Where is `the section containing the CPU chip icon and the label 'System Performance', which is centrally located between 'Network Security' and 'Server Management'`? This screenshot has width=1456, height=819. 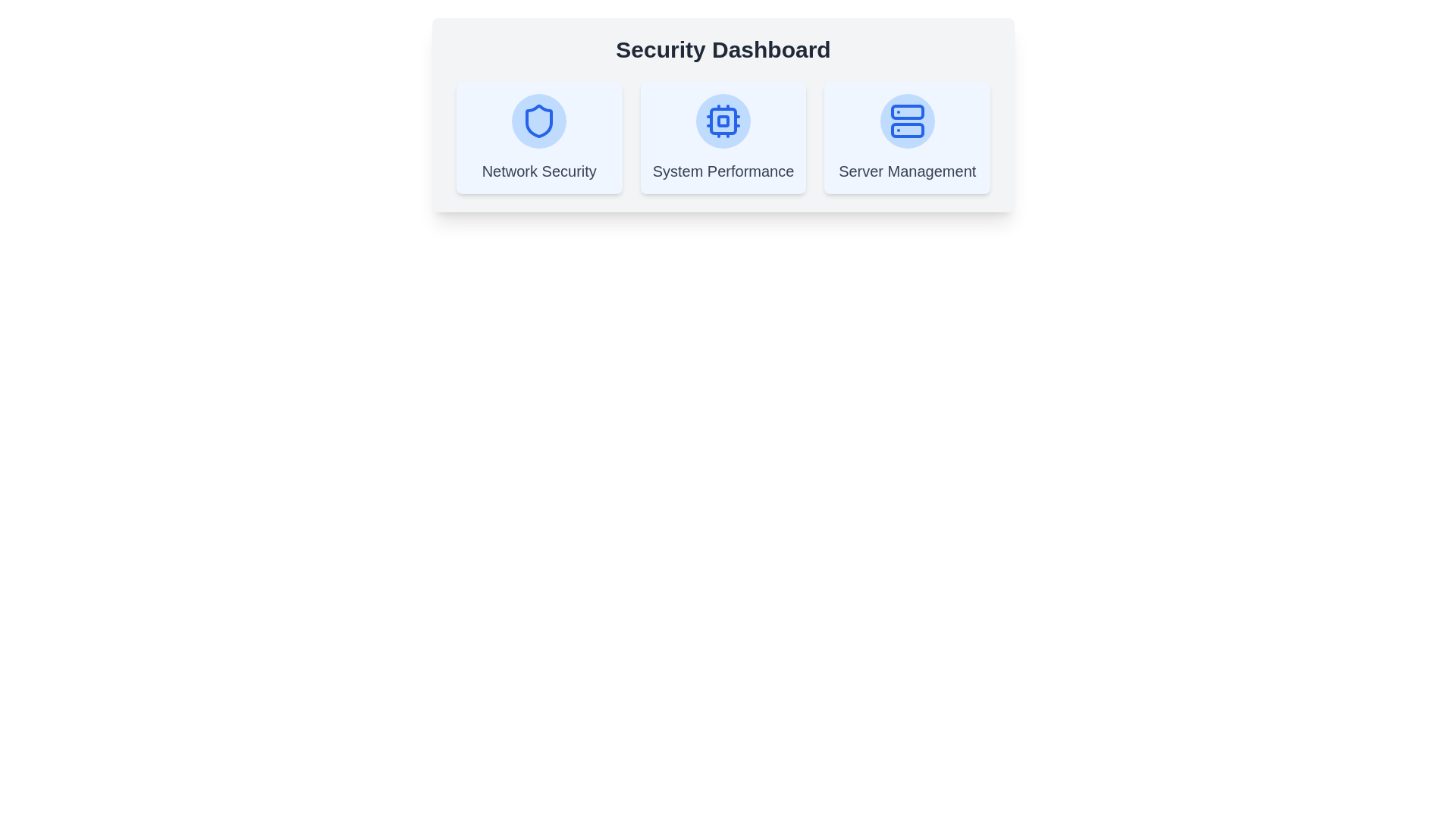 the section containing the CPU chip icon and the label 'System Performance', which is centrally located between 'Network Security' and 'Server Management' is located at coordinates (723, 137).